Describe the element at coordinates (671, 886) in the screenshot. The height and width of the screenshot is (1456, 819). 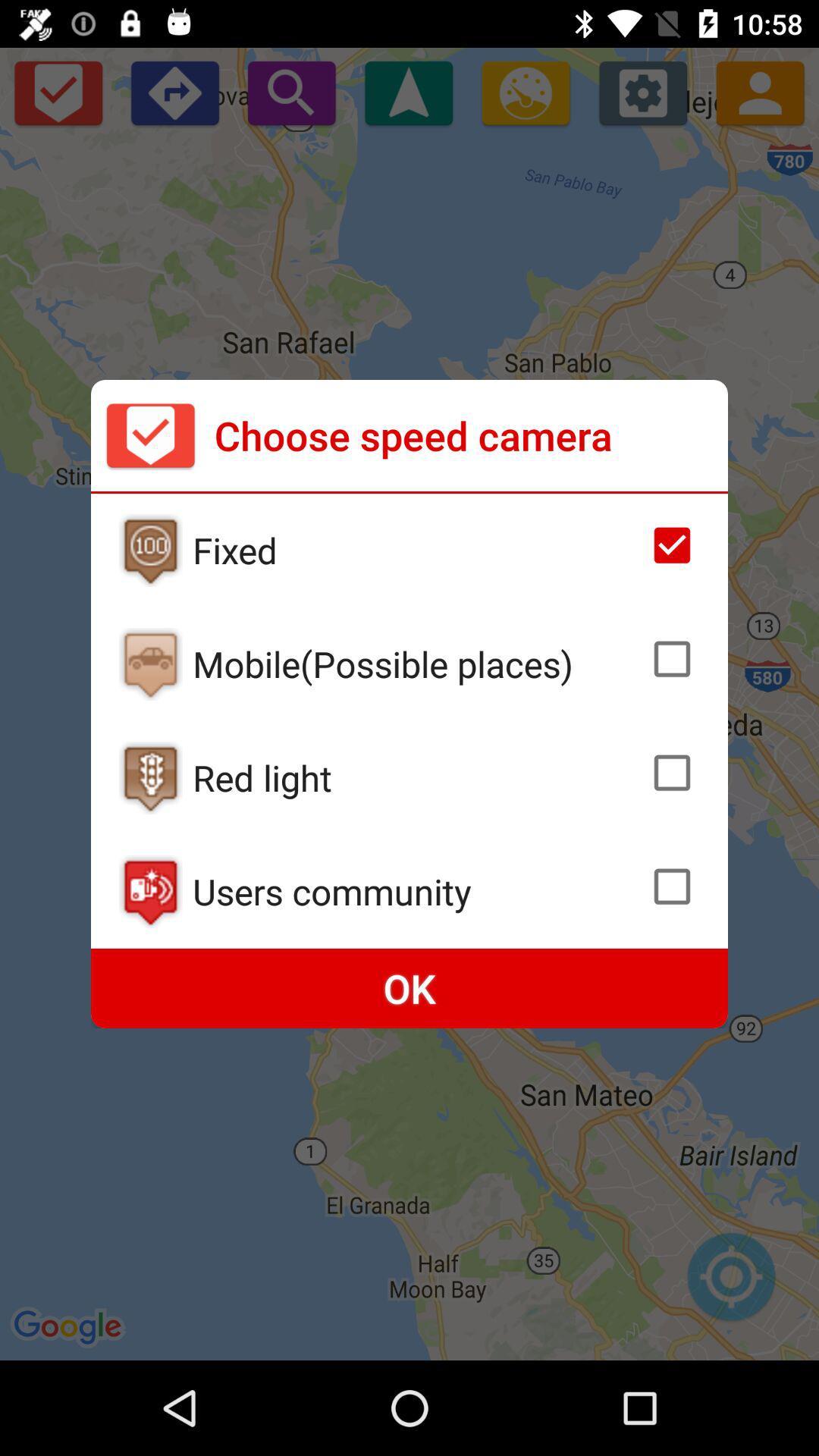
I see `check box` at that location.